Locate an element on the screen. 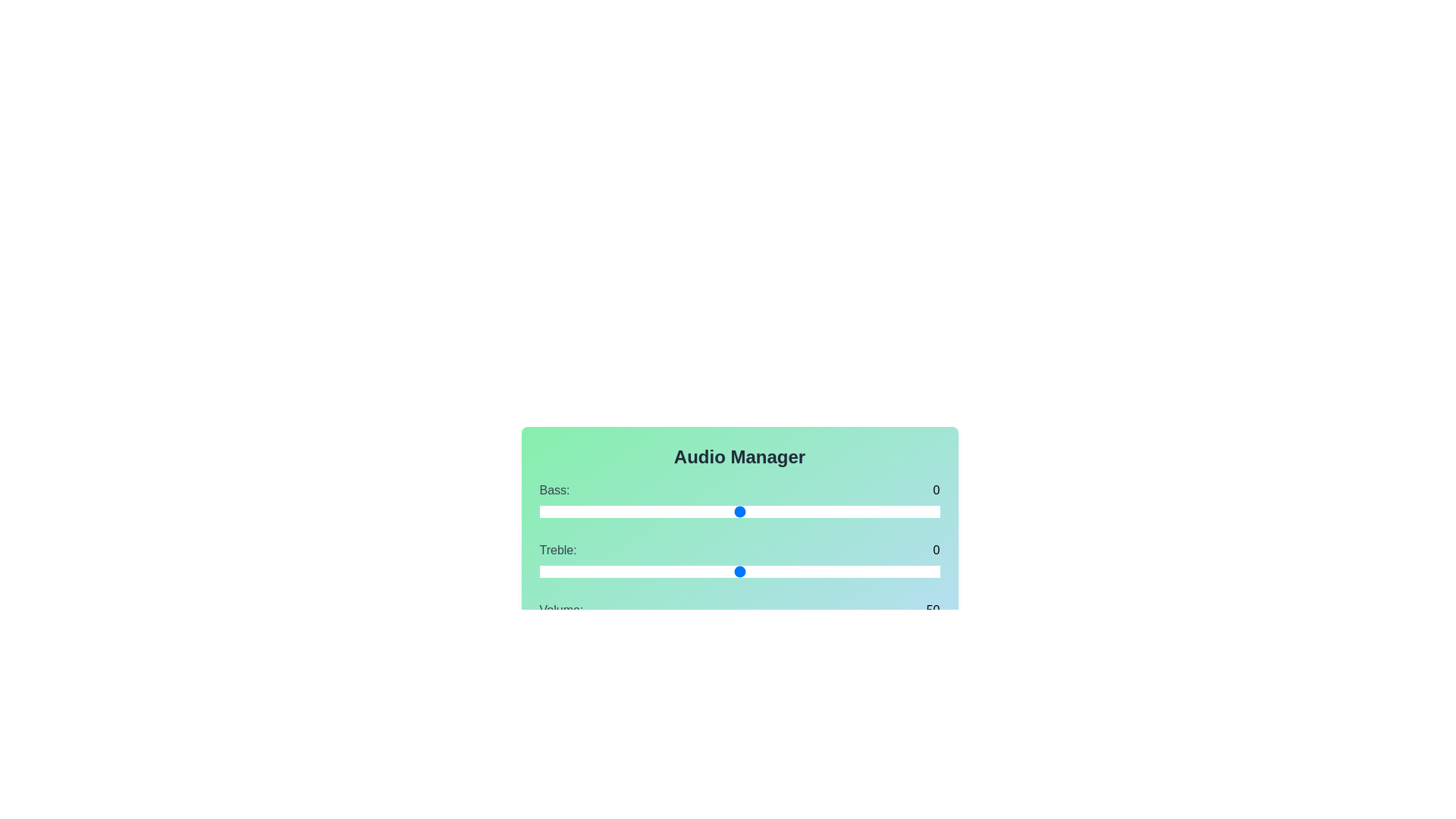 This screenshot has width=1456, height=819. the Treble slider to 0 is located at coordinates (739, 571).